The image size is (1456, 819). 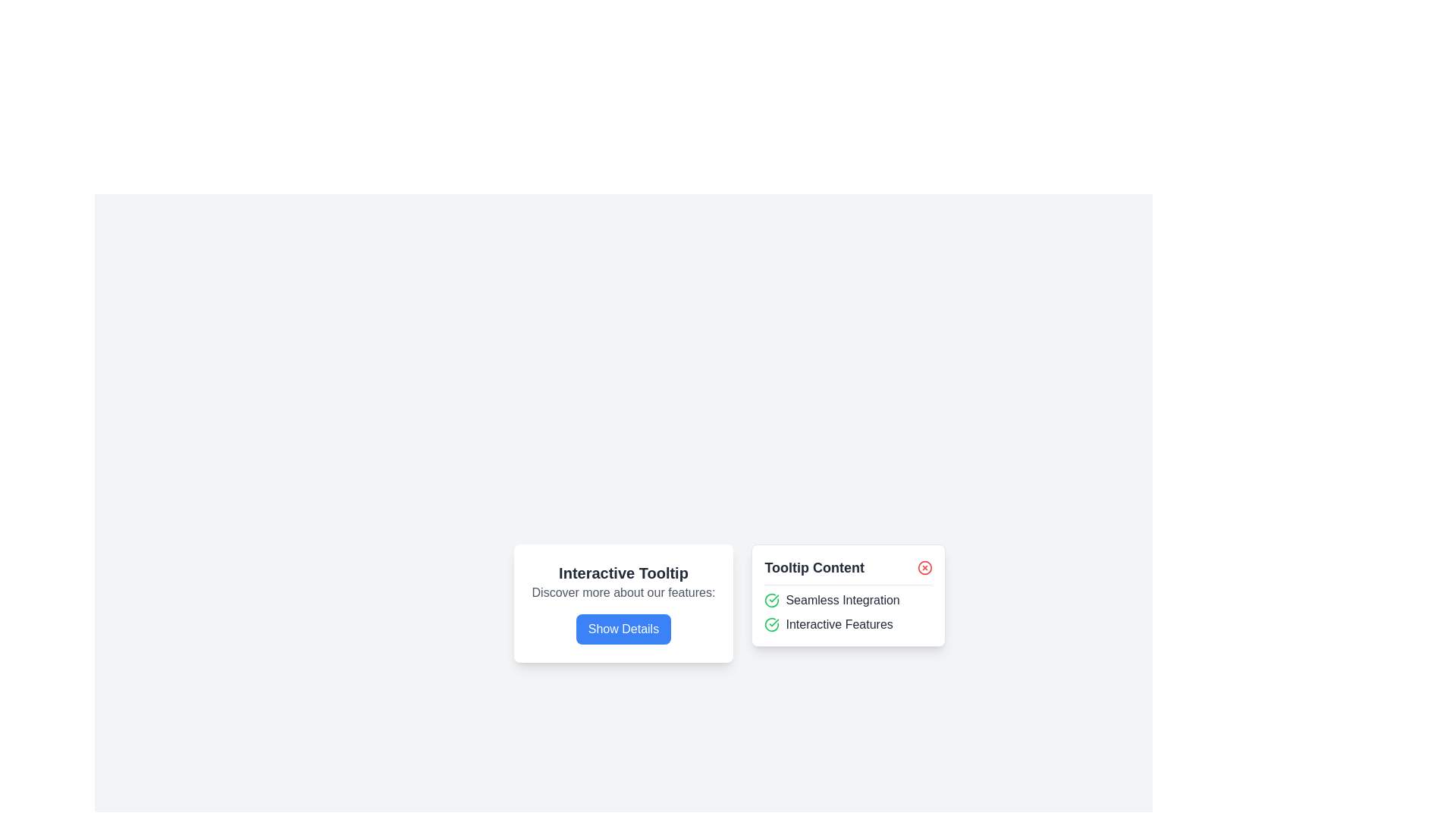 I want to click on content inside the Tooltip, which provides additional detailed descriptions or features appearing near the 'Show Details' button, so click(x=848, y=595).